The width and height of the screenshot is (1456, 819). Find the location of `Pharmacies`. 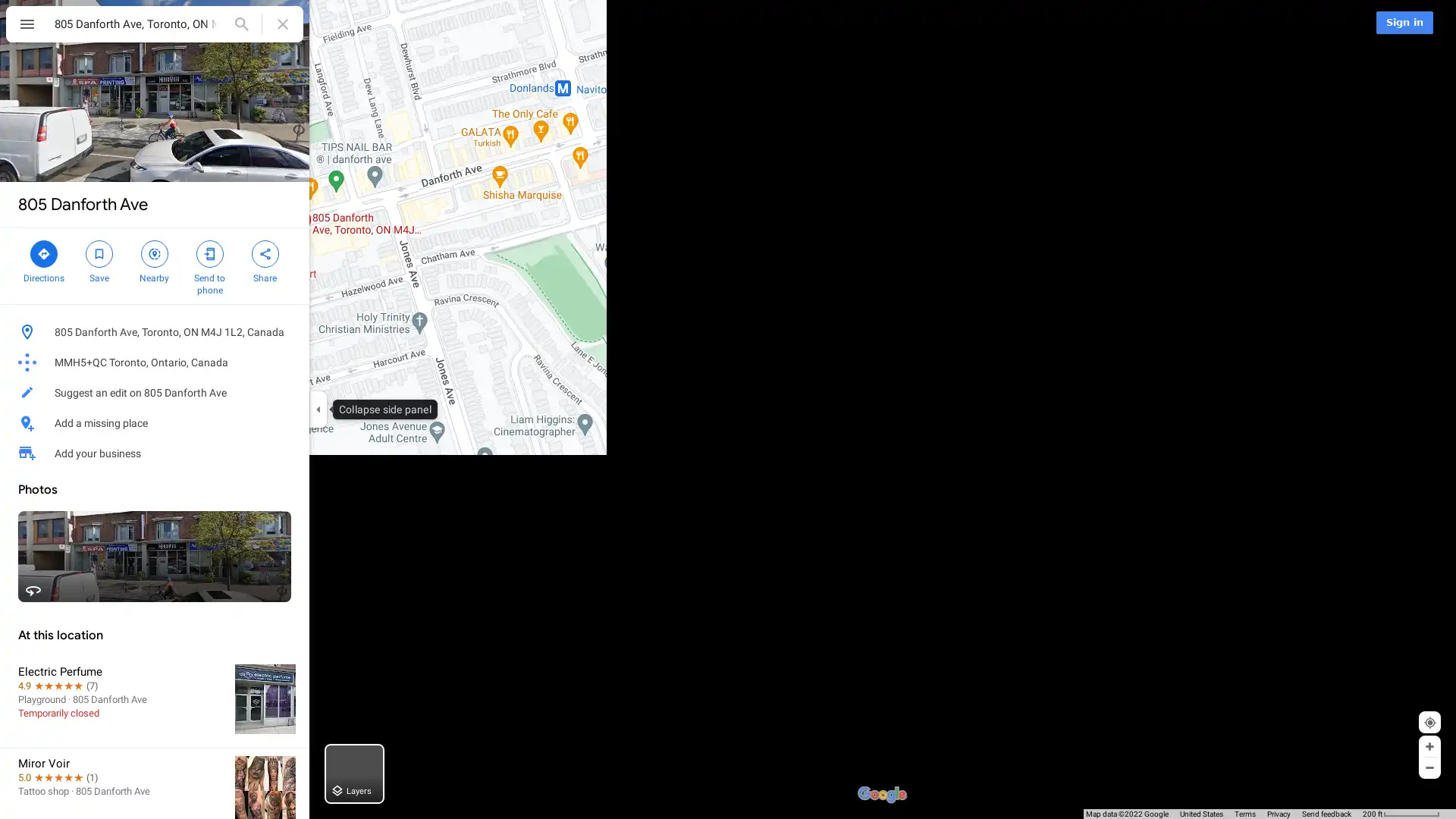

Pharmacies is located at coordinates (777, 24).